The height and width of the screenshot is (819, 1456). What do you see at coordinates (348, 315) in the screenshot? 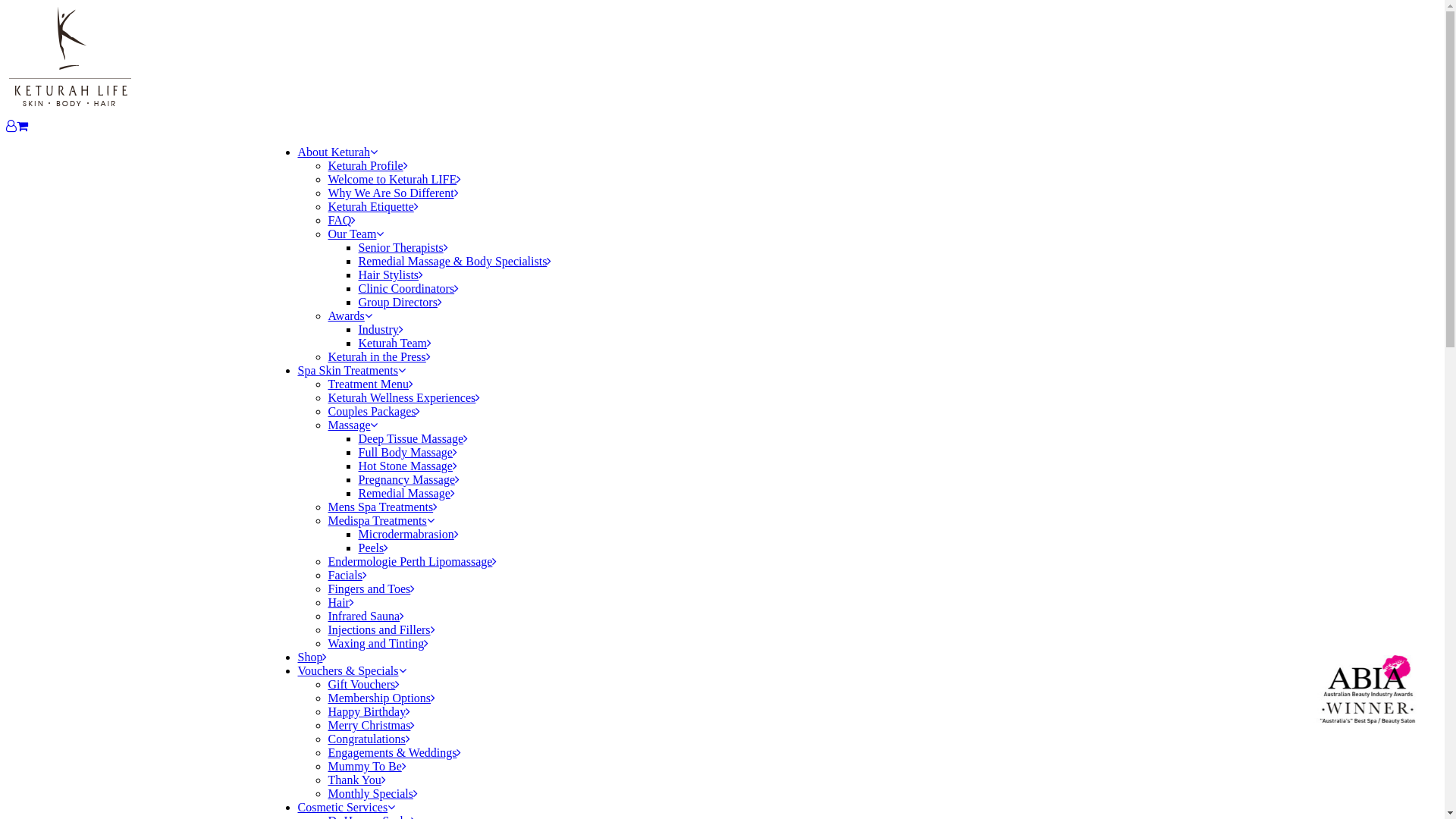
I see `'Awards'` at bounding box center [348, 315].